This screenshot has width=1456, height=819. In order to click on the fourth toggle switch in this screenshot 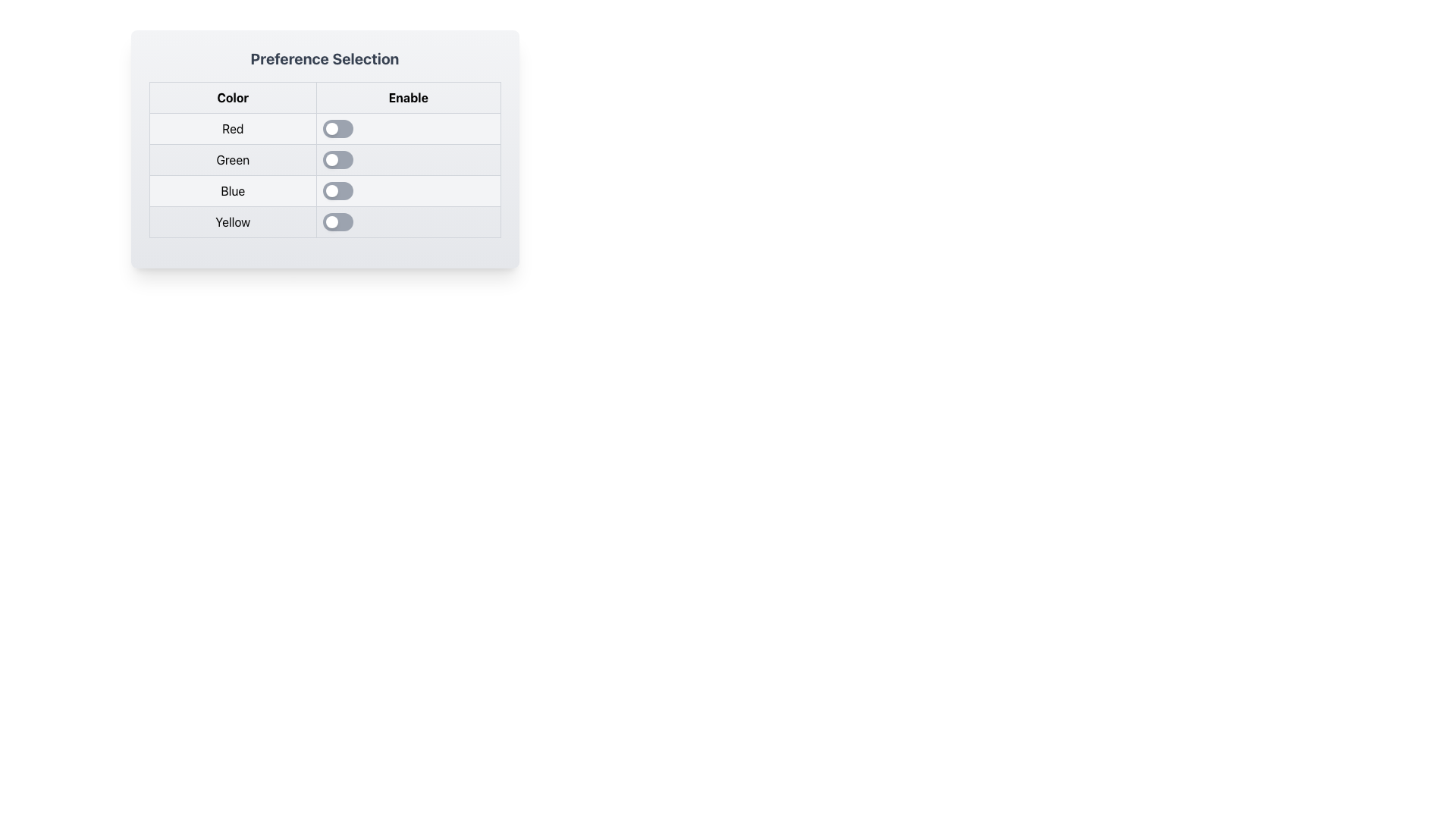, I will do `click(337, 222)`.